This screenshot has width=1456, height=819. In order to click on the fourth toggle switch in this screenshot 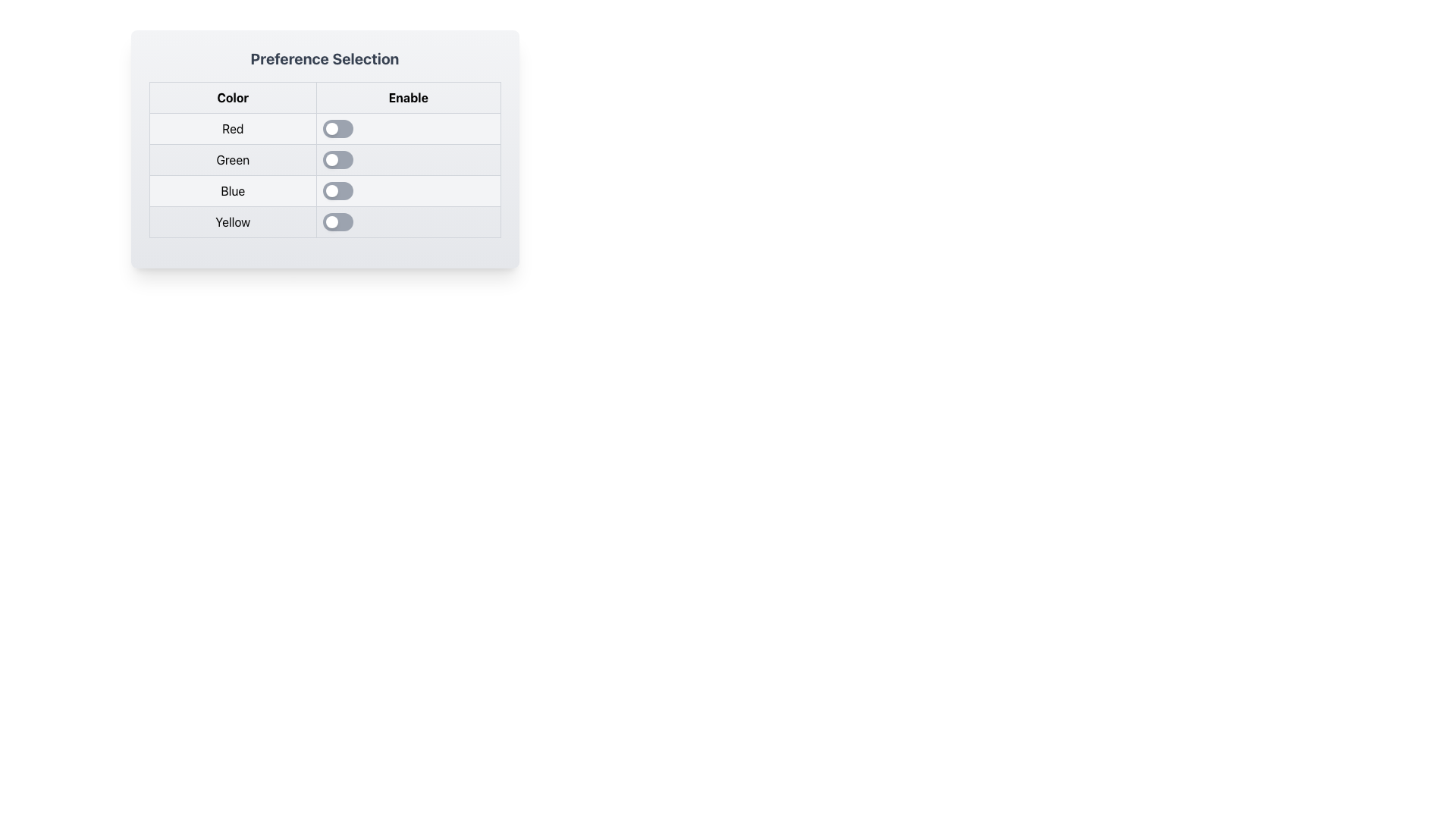, I will do `click(337, 222)`.